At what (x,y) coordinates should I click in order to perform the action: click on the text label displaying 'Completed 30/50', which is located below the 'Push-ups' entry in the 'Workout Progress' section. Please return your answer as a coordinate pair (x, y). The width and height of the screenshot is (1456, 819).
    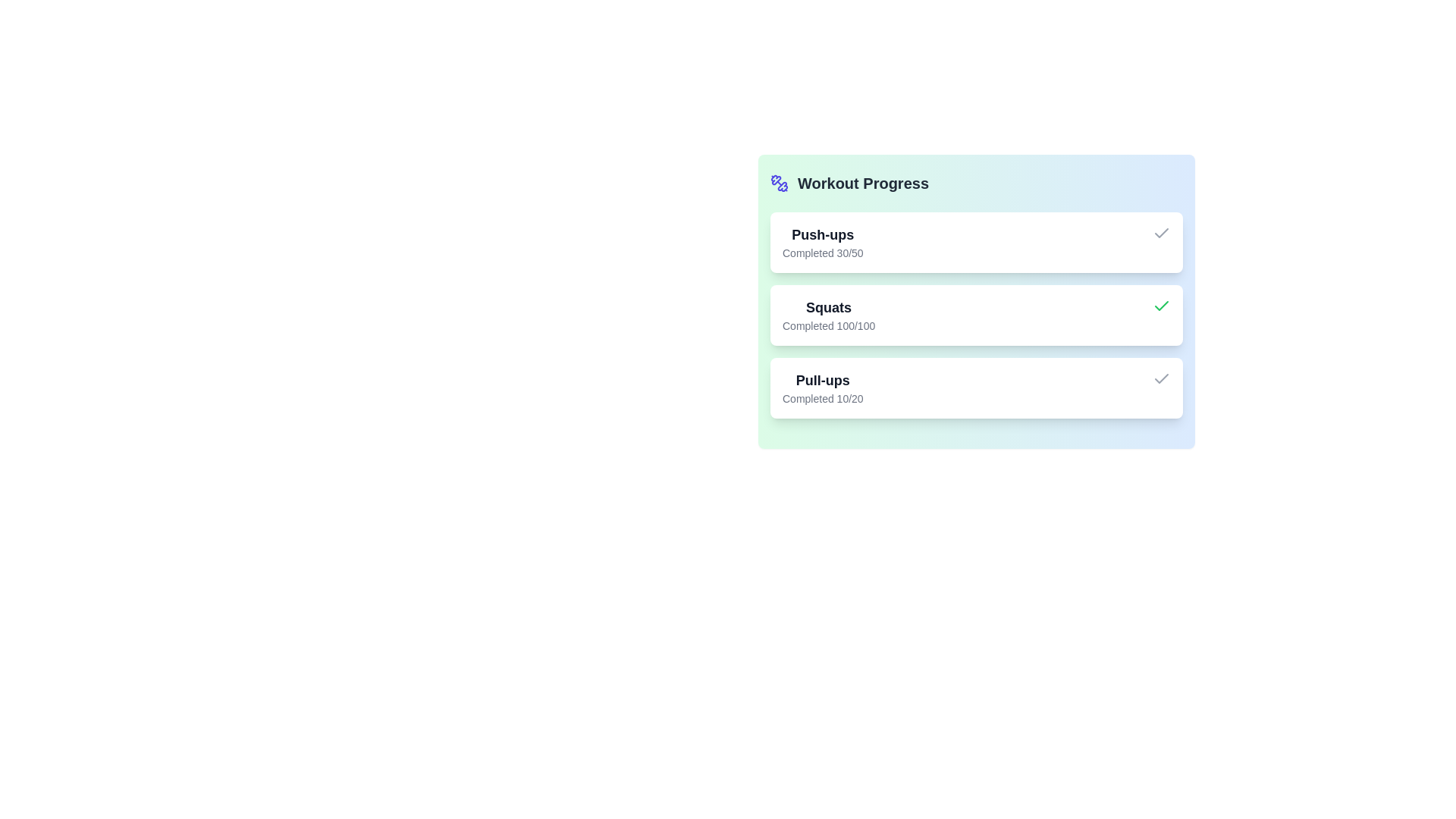
    Looking at the image, I should click on (822, 253).